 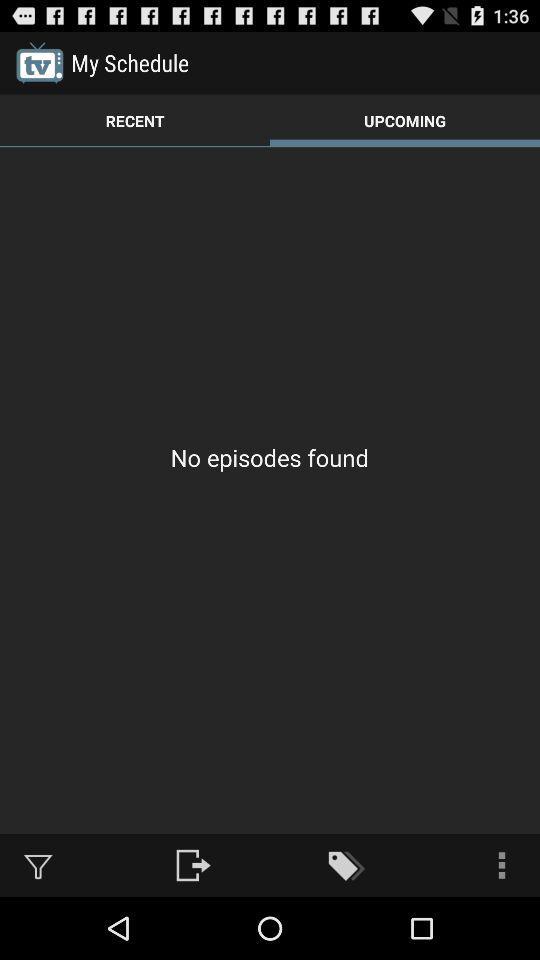 I want to click on the item next to recent icon, so click(x=405, y=120).